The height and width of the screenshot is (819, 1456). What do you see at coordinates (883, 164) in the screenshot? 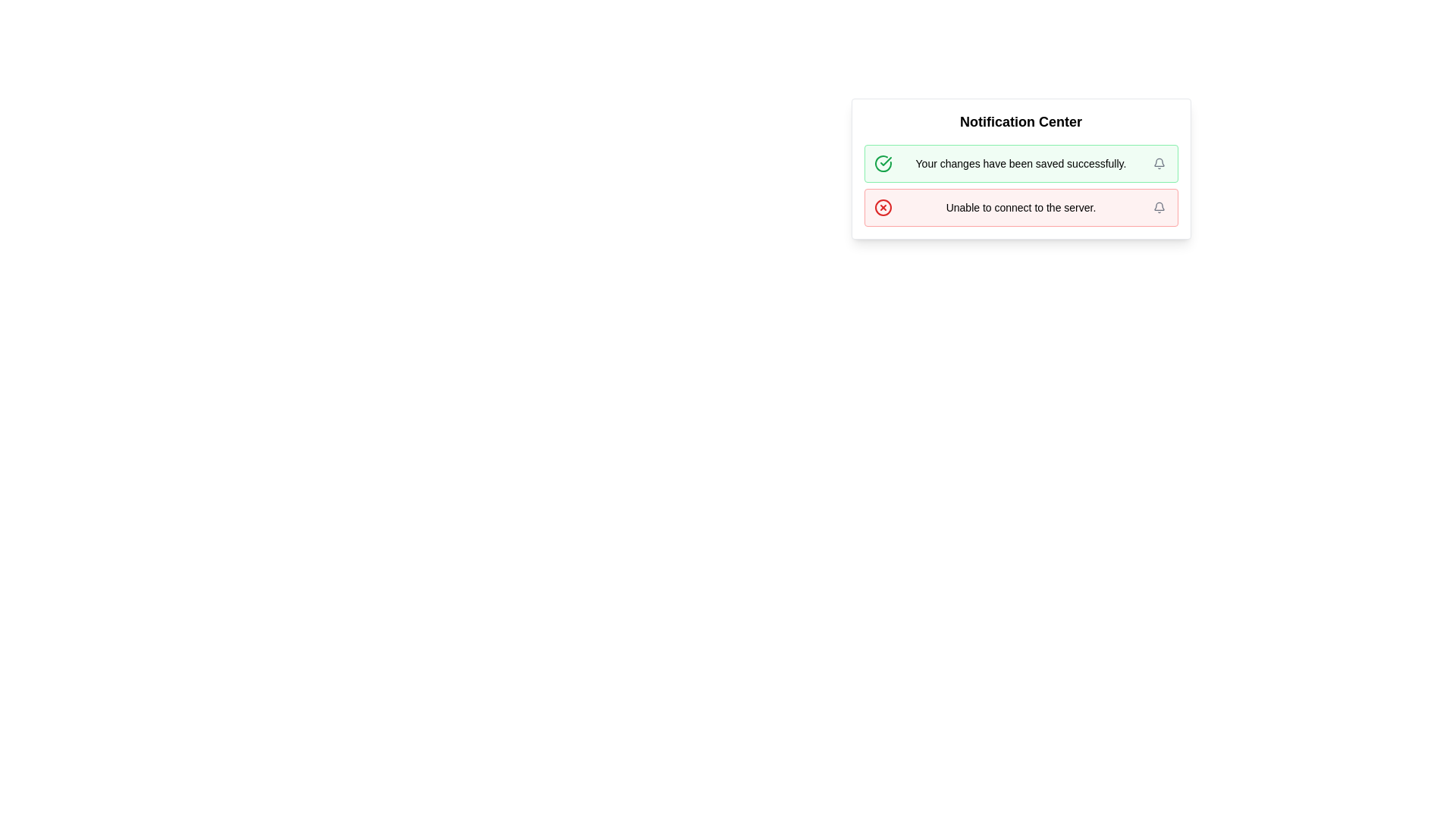
I see `the presence of the decorative success icon located at the left side of the notification message indicating the successful save operation` at bounding box center [883, 164].